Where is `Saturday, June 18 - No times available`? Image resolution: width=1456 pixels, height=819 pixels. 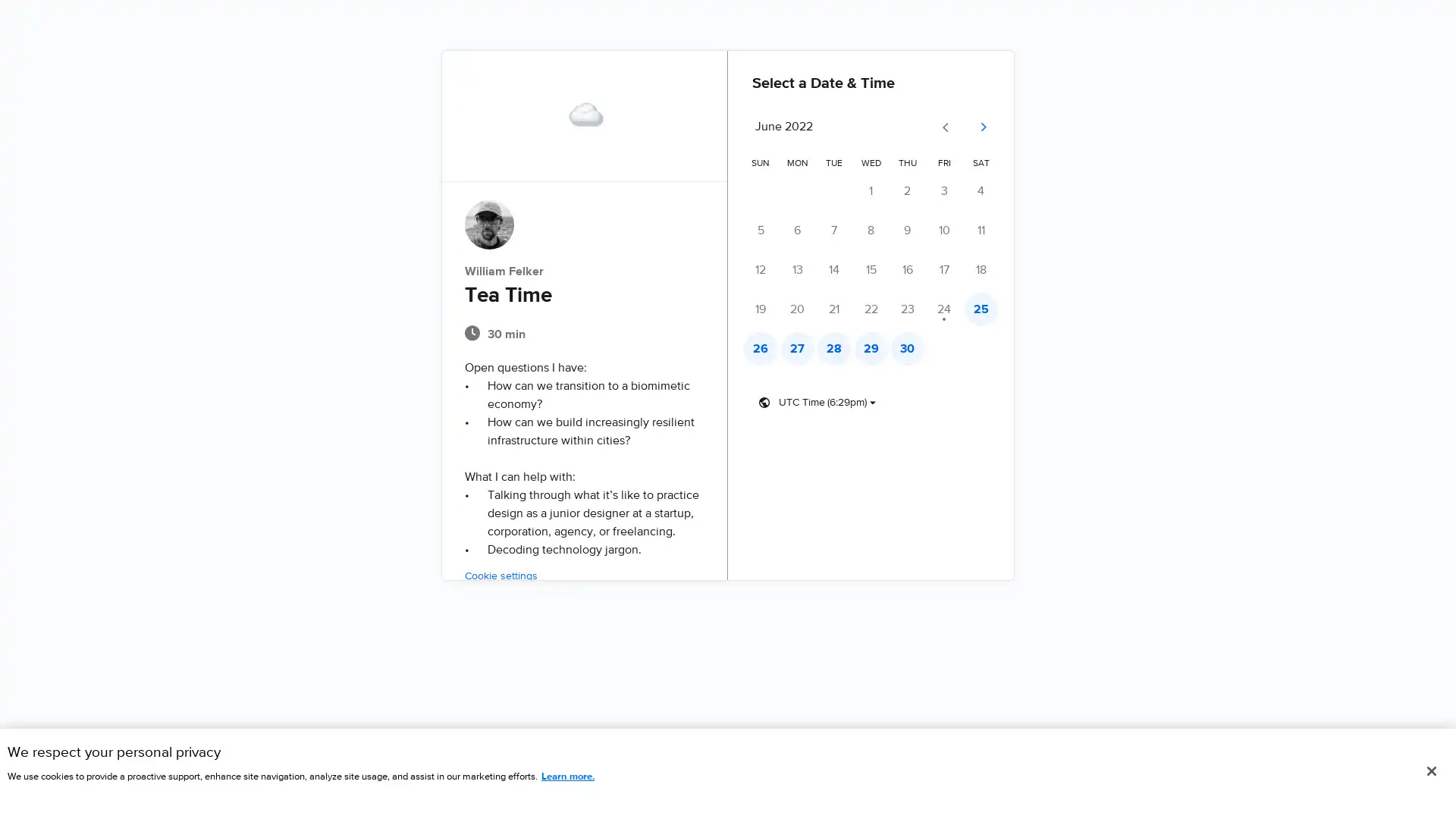 Saturday, June 18 - No times available is located at coordinates (996, 268).